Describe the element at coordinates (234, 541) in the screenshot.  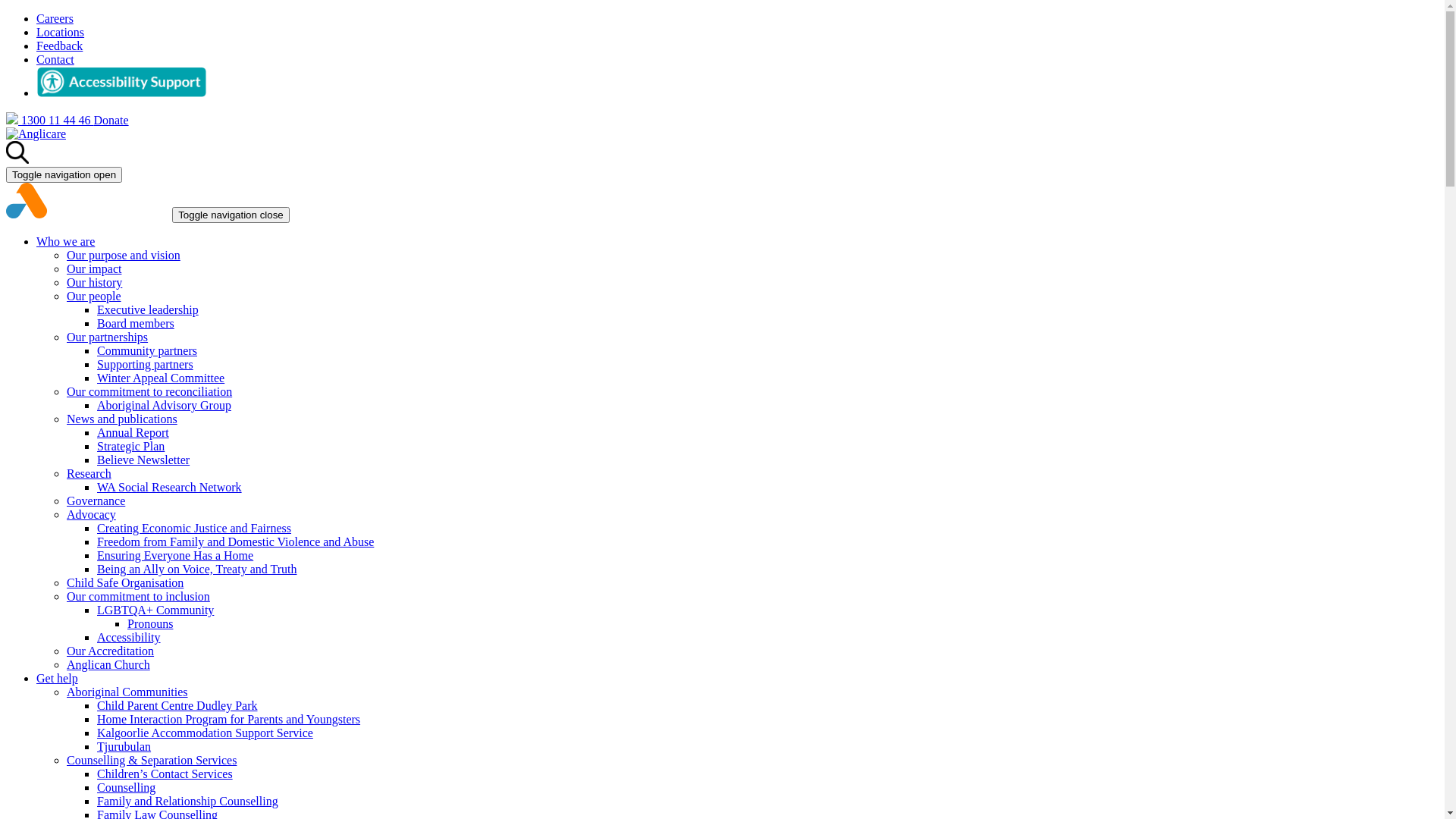
I see `'Freedom from Family and Domestic Violence and Abuse'` at that location.